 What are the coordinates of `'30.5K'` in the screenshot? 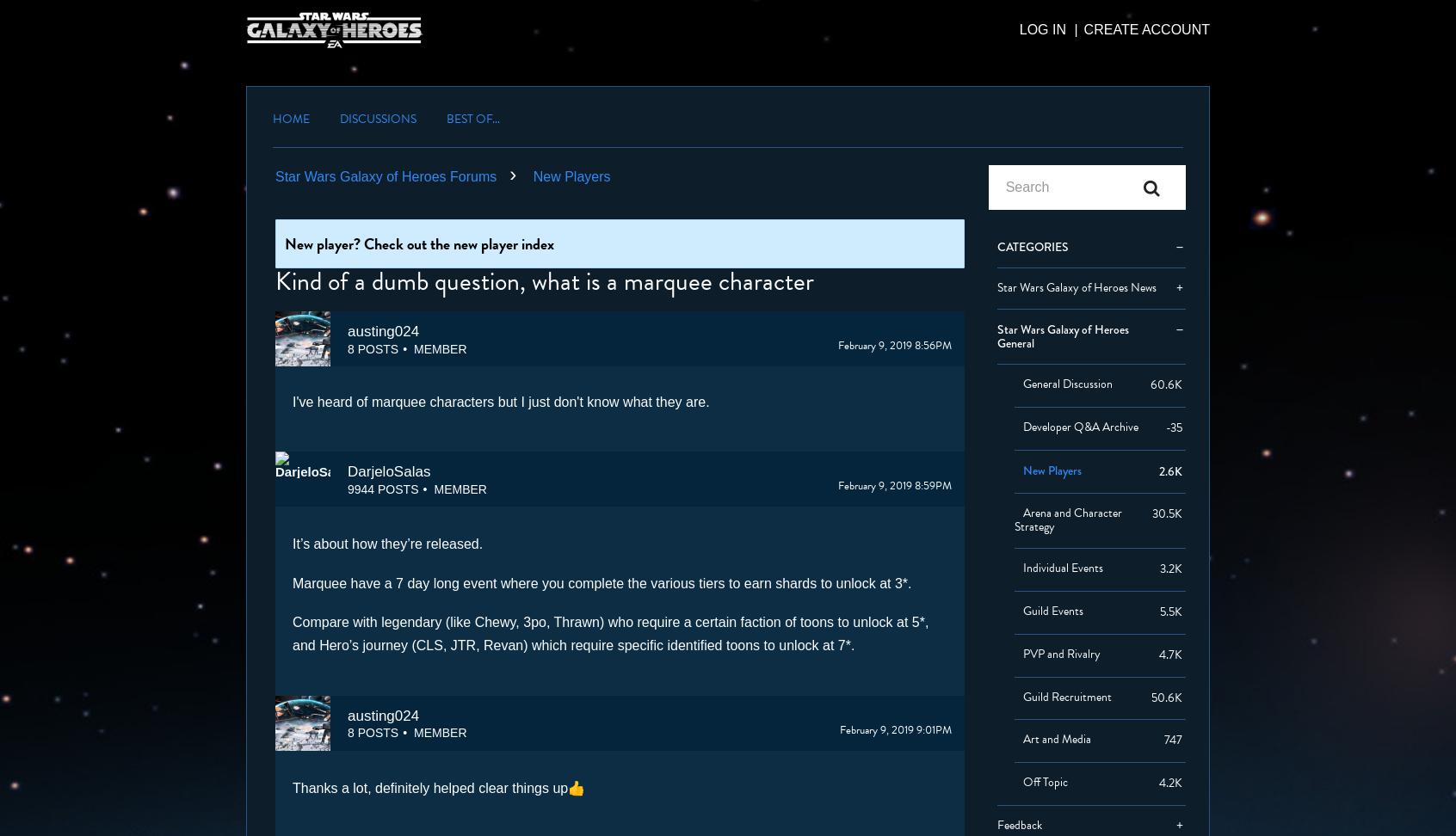 It's located at (1166, 512).